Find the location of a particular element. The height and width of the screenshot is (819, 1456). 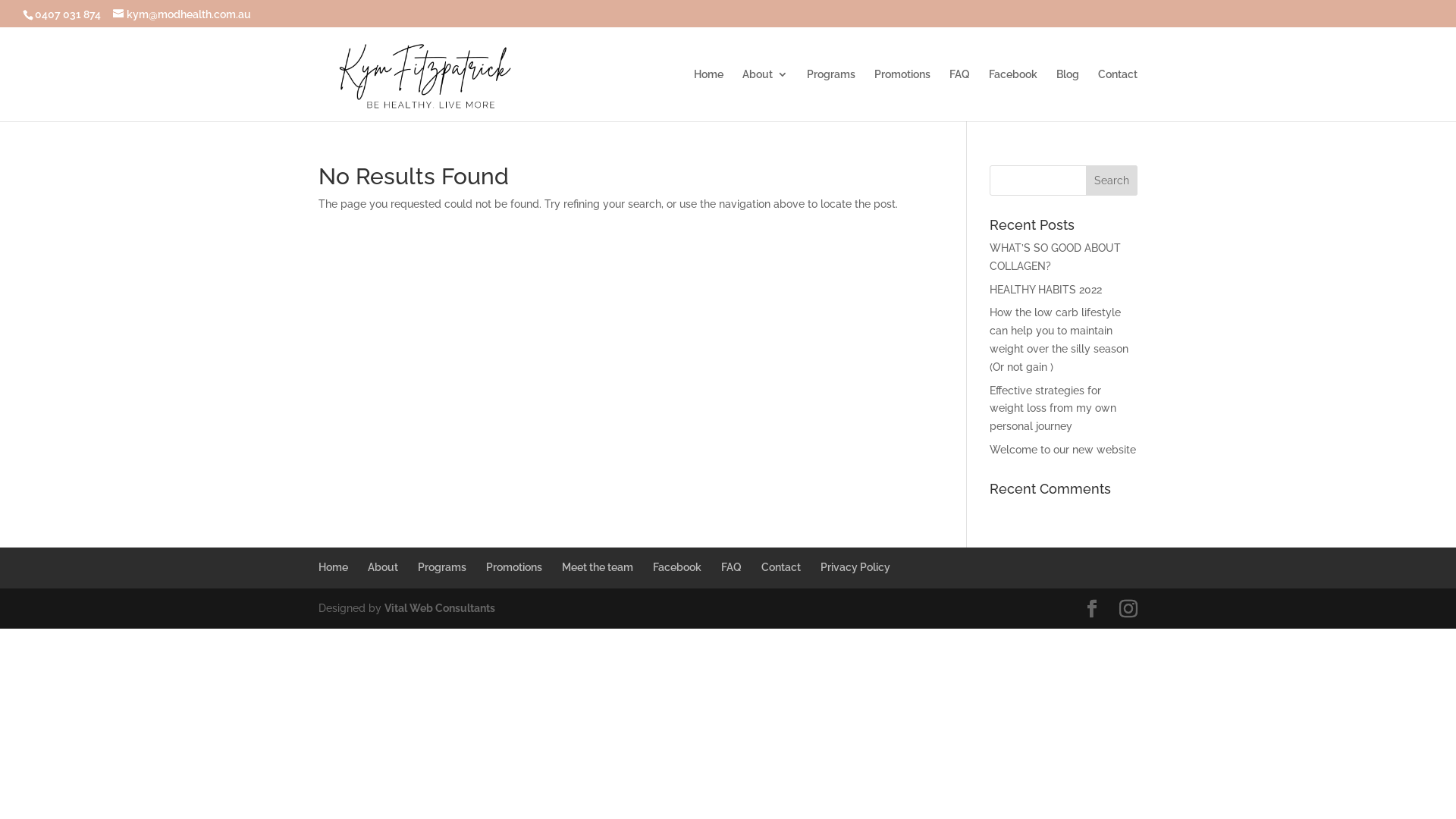

'Welcome to our new website' is located at coordinates (990, 449).